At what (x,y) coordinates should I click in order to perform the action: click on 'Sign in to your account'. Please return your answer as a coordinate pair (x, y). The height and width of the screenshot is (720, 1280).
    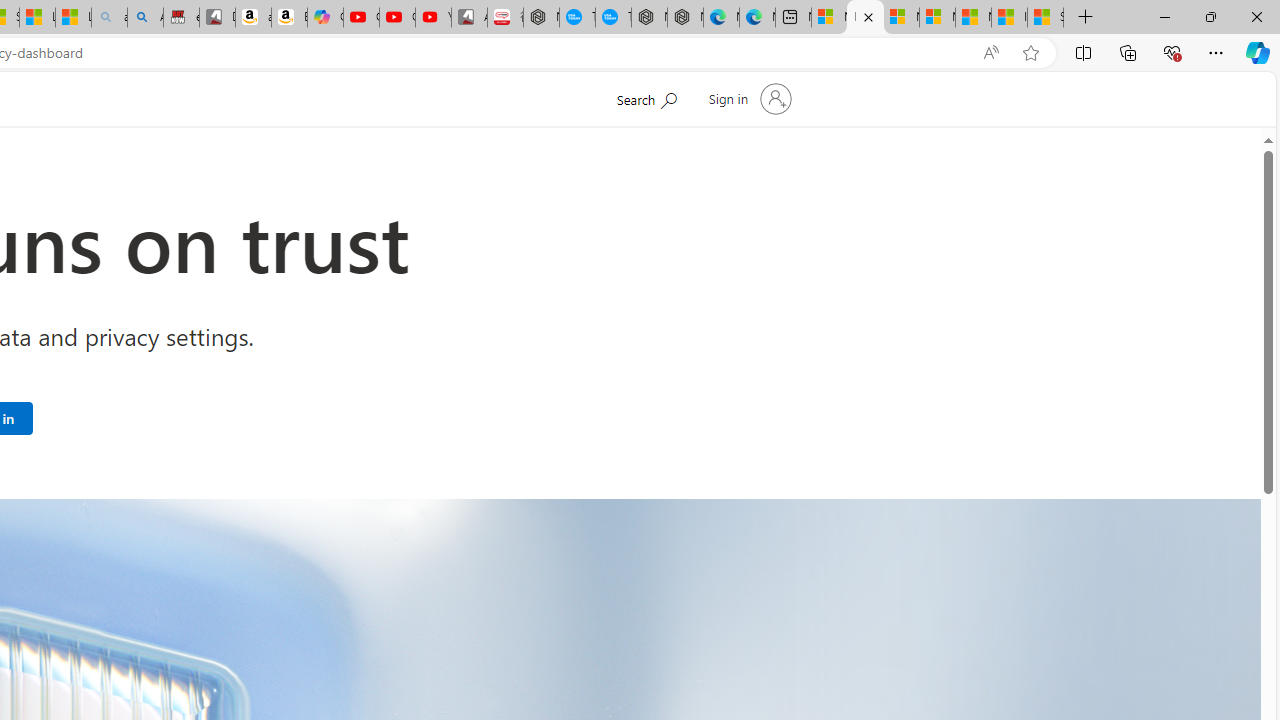
    Looking at the image, I should click on (747, 99).